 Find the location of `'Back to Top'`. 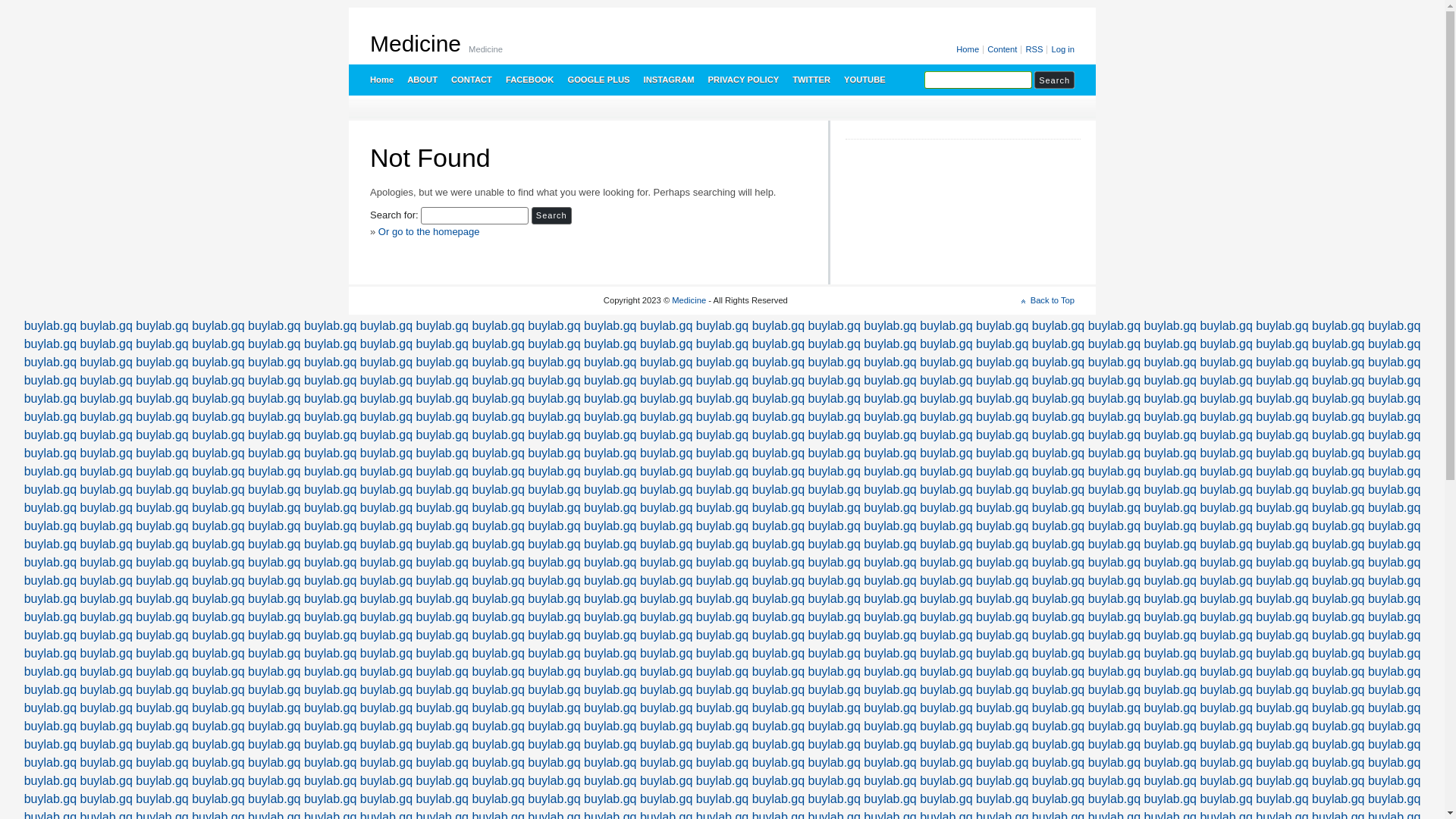

'Back to Top' is located at coordinates (1021, 300).